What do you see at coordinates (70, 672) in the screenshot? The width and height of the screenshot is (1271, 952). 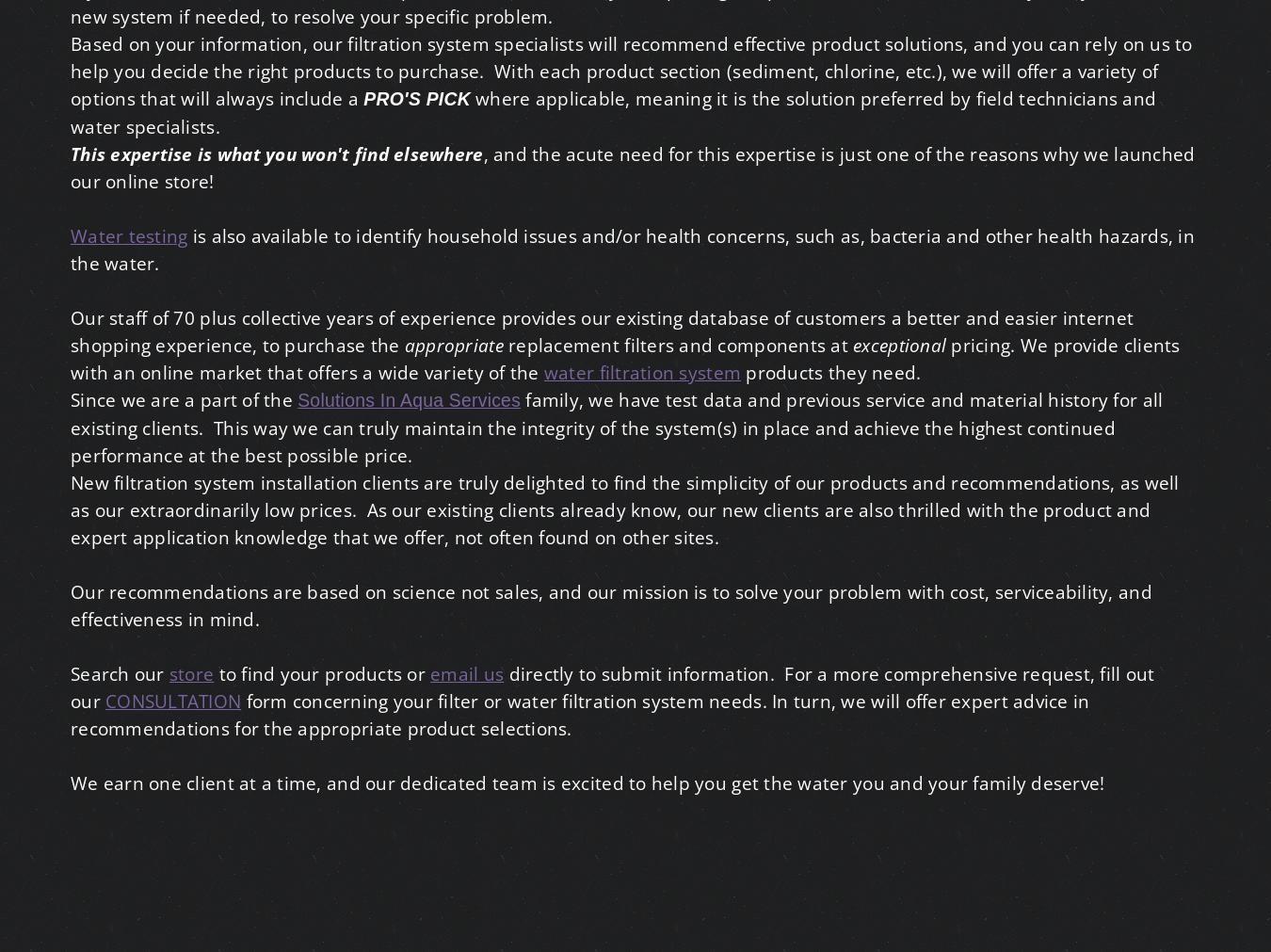 I see `'Search our'` at bounding box center [70, 672].